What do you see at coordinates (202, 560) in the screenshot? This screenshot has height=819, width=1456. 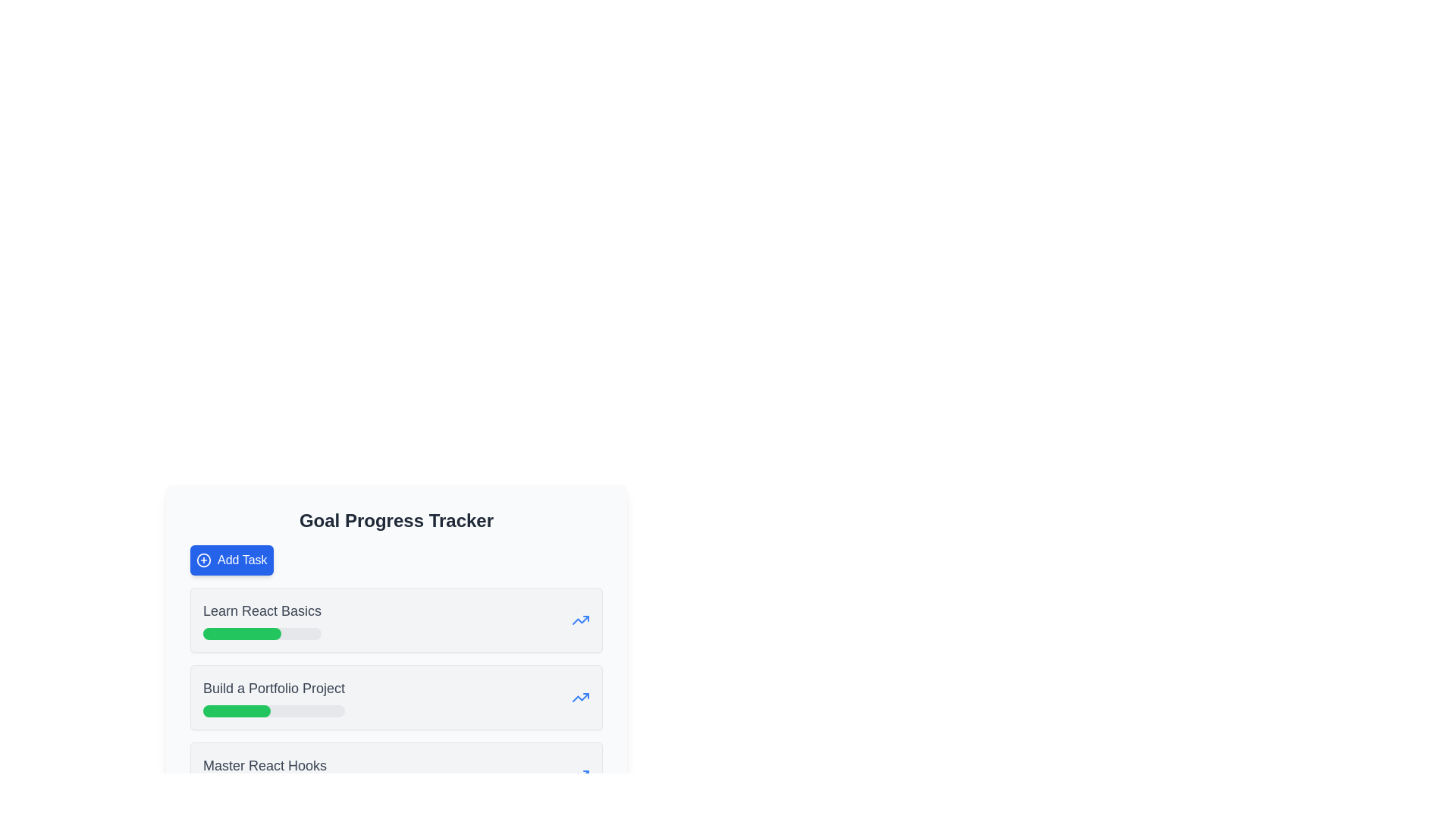 I see `the SVG circle that visually represents the 'Add Task' button, enhancing its interactivity` at bounding box center [202, 560].